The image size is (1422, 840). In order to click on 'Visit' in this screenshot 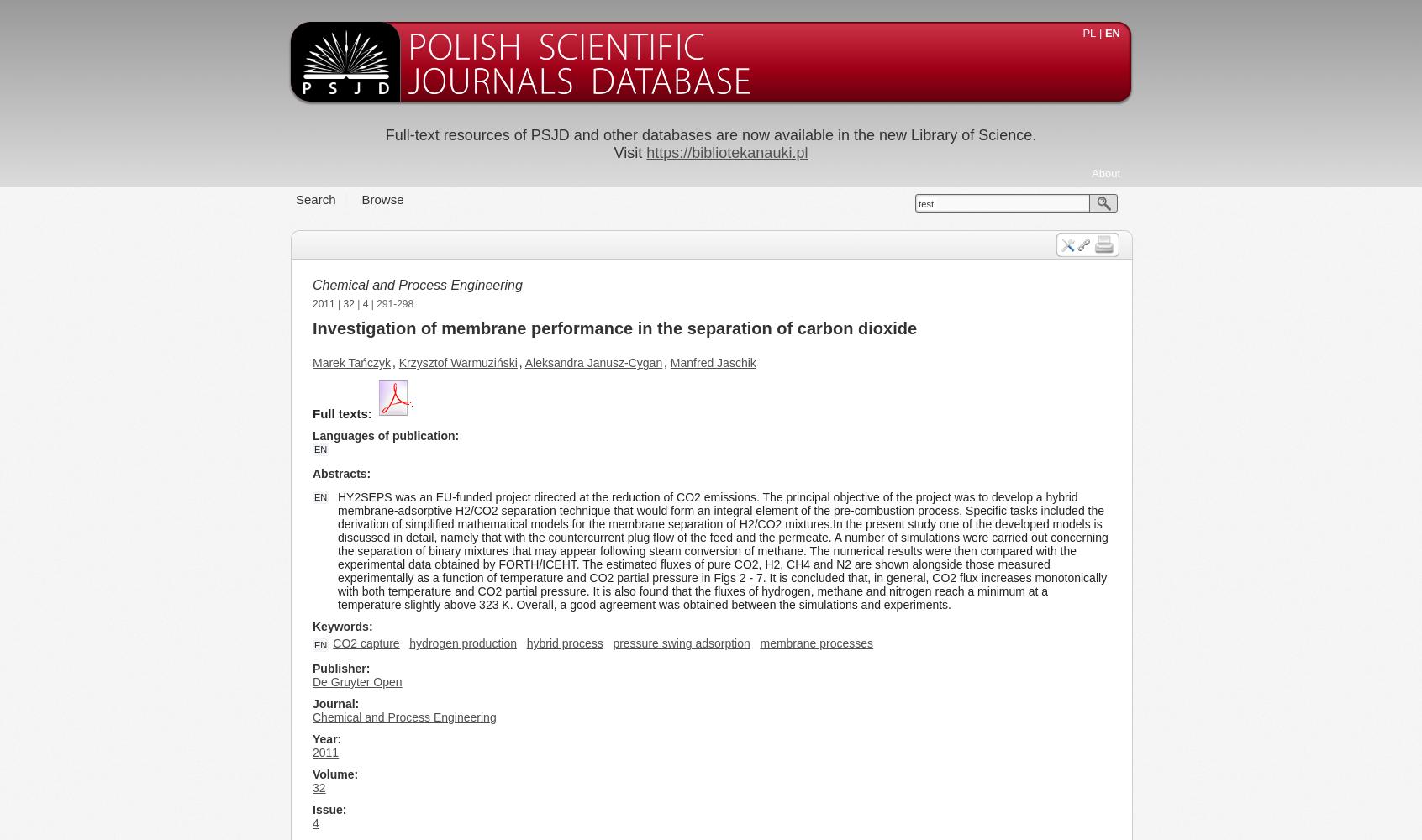, I will do `click(629, 153)`.